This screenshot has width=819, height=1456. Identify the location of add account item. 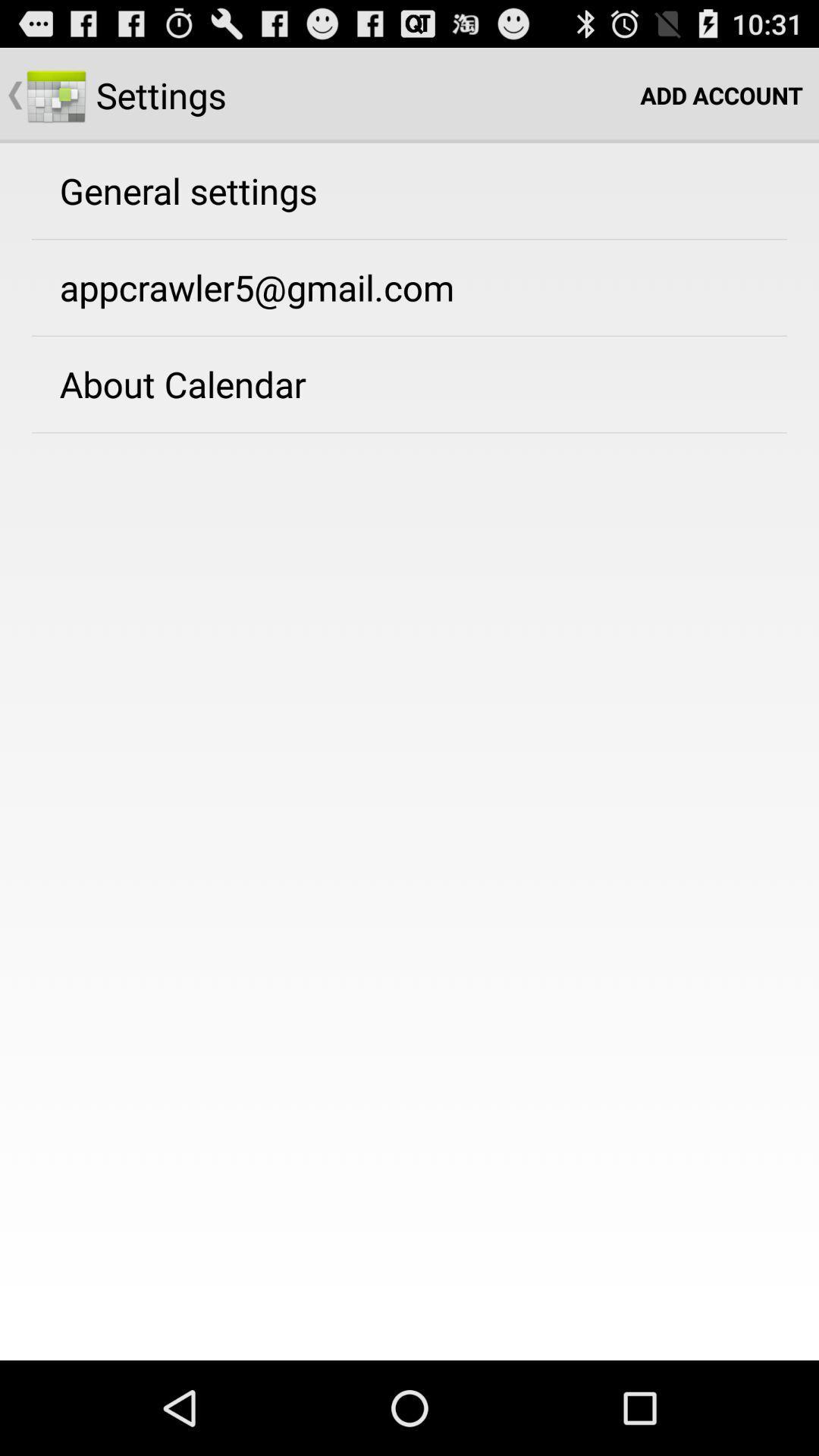
(720, 94).